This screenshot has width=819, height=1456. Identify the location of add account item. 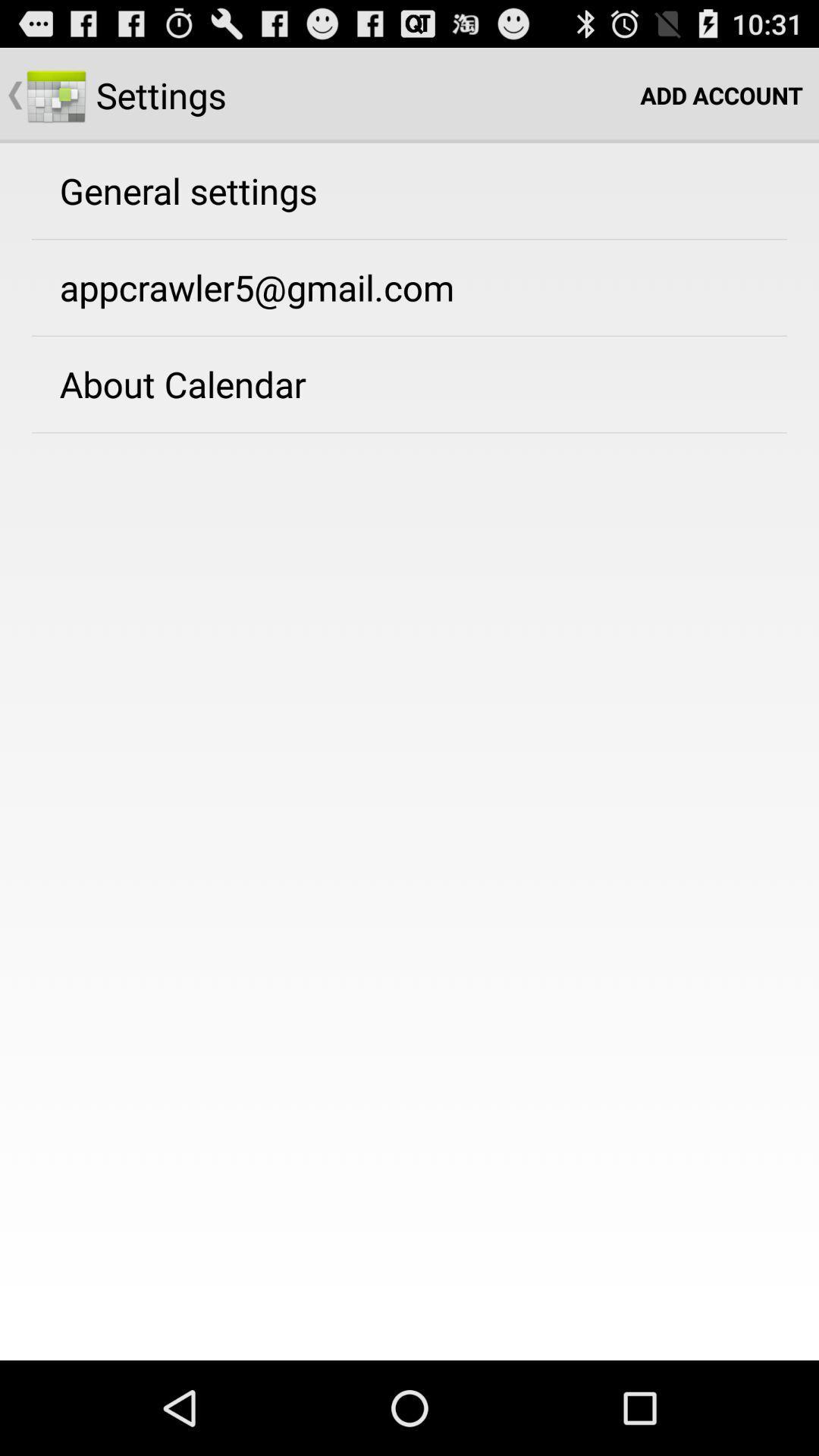
(720, 94).